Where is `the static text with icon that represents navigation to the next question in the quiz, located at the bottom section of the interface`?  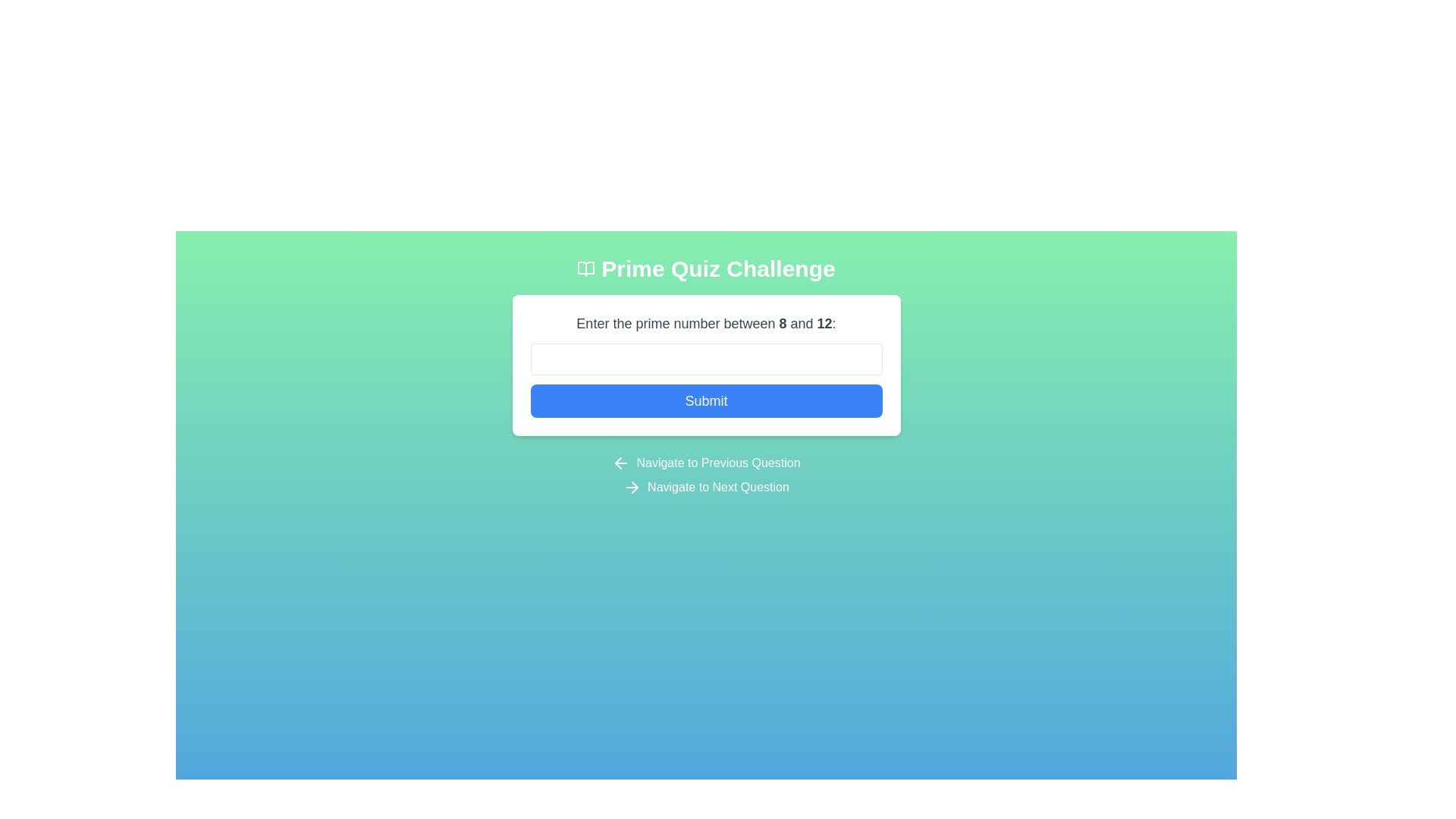
the static text with icon that represents navigation to the next question in the quiz, located at the bottom section of the interface is located at coordinates (705, 488).